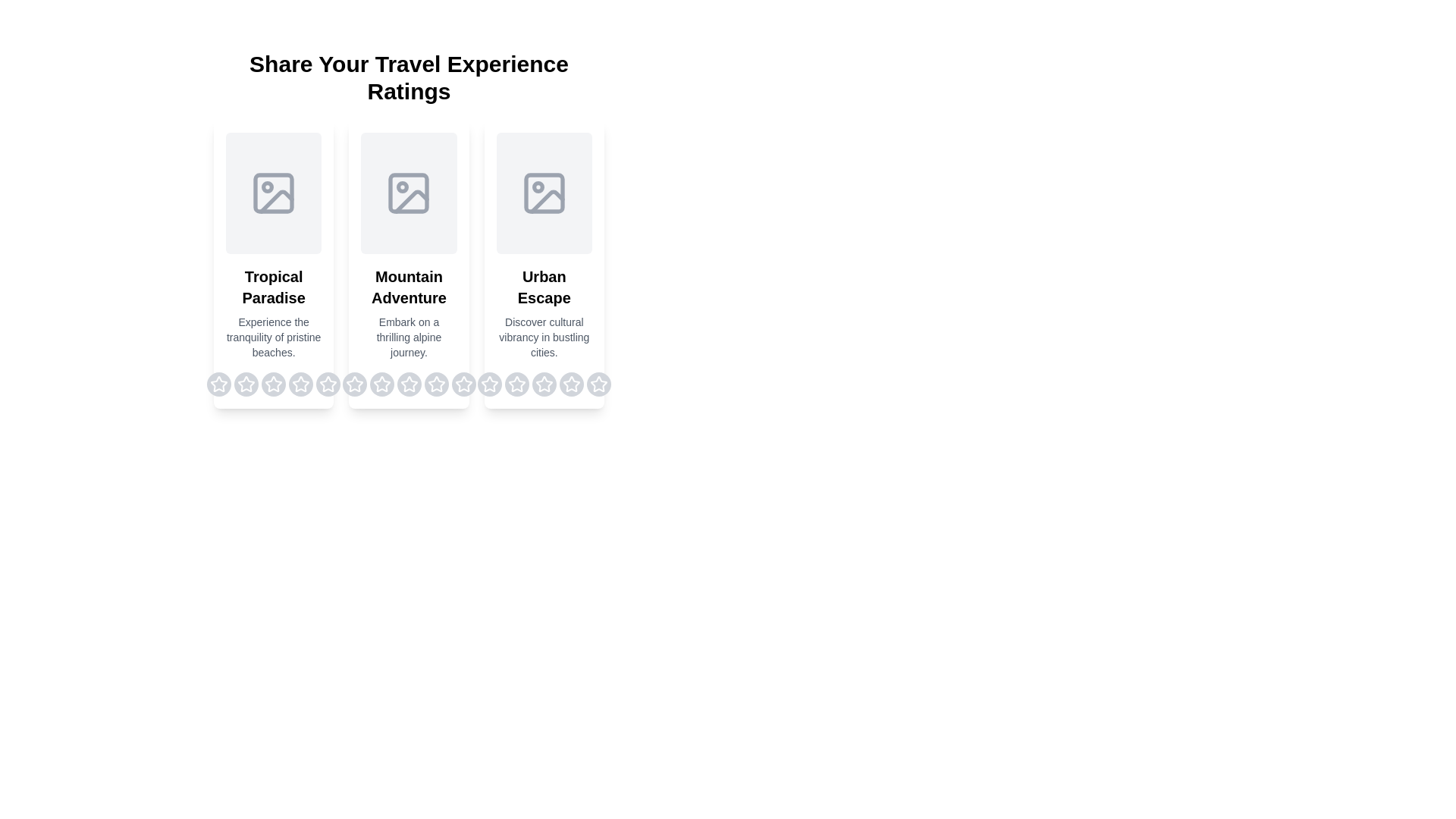 The height and width of the screenshot is (819, 1456). What do you see at coordinates (218, 383) in the screenshot?
I see `the rating for a destination to 1 stars by clicking on the corresponding star for the destination Tropical Paradise` at bounding box center [218, 383].